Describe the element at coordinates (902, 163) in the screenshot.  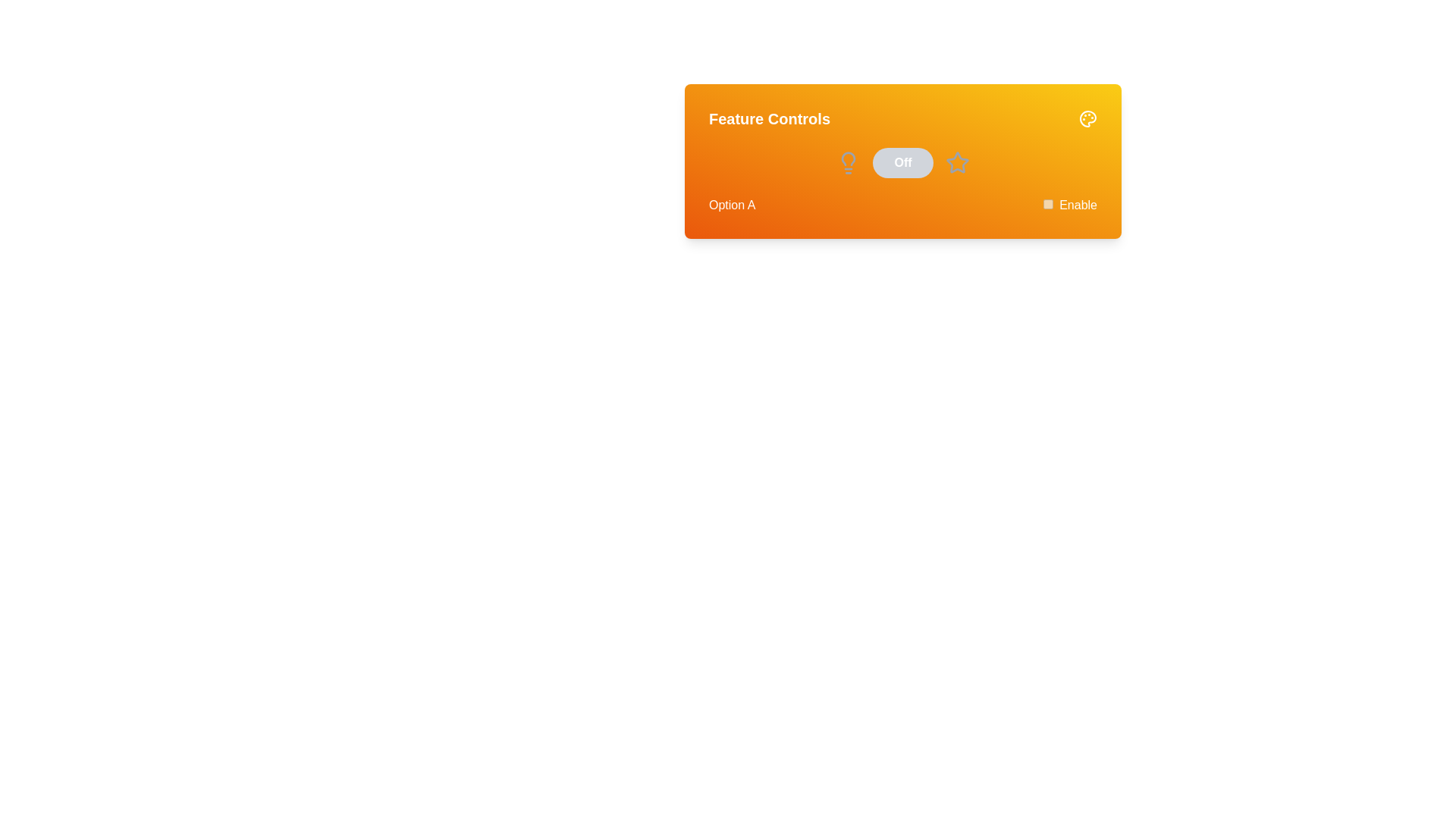
I see `the centrally positioned toggle button between the lightbulb icon and the star icon` at that location.